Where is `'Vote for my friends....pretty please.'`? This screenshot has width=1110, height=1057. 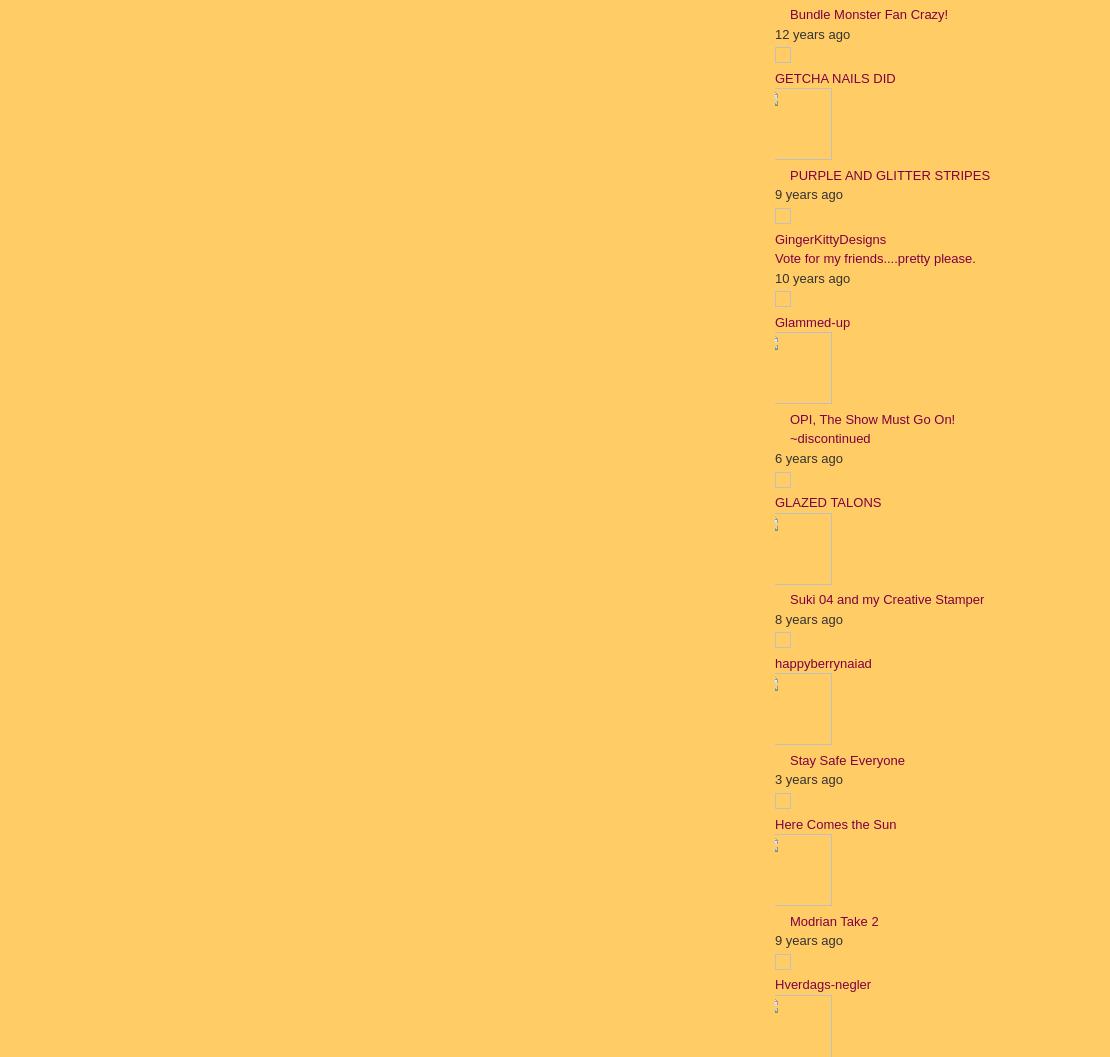 'Vote for my friends....pretty please.' is located at coordinates (874, 257).